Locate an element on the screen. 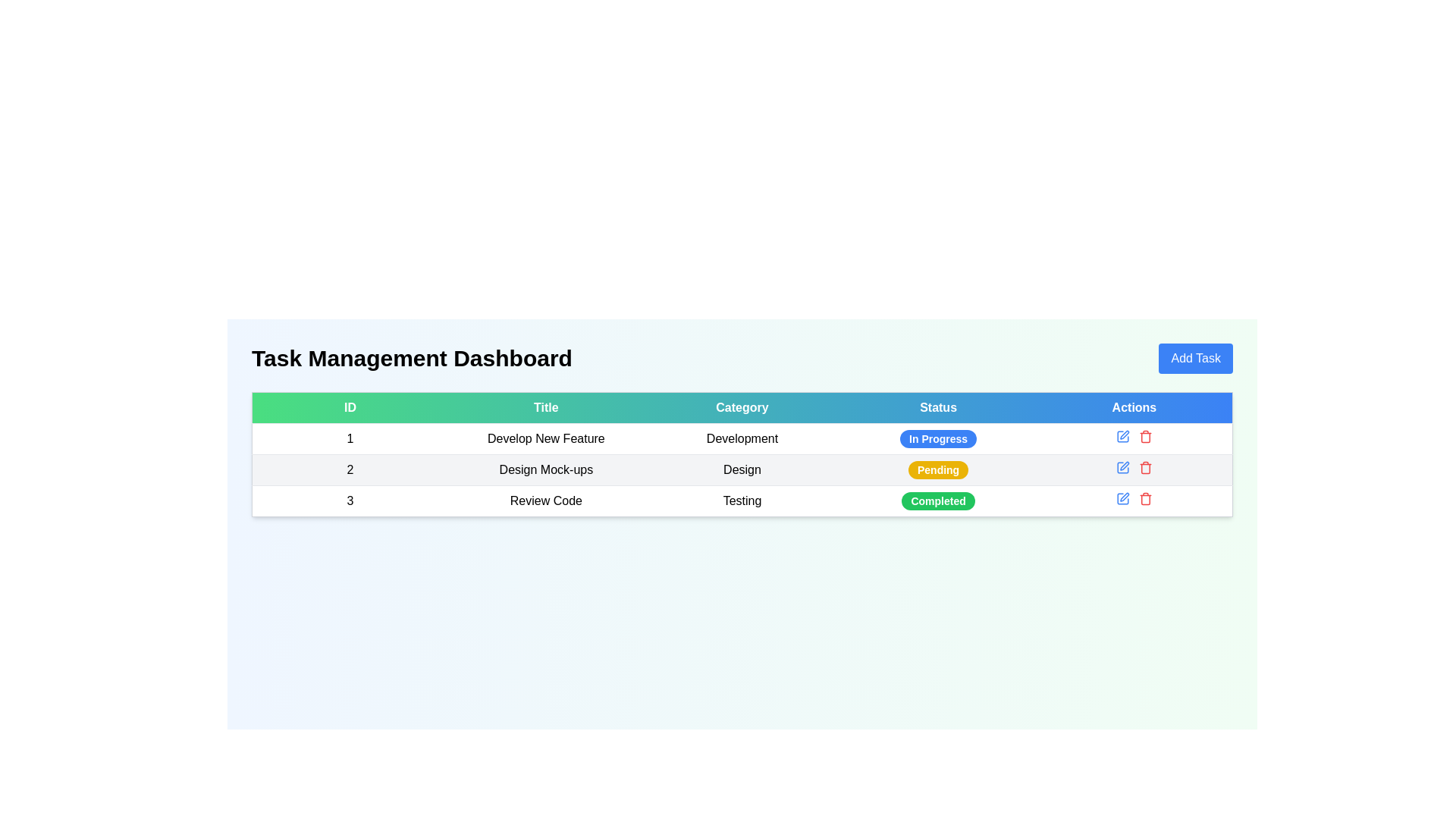 This screenshot has height=819, width=1456. the title text element that serves as the heading for the interface, located above the 'Add Task' button is located at coordinates (412, 359).